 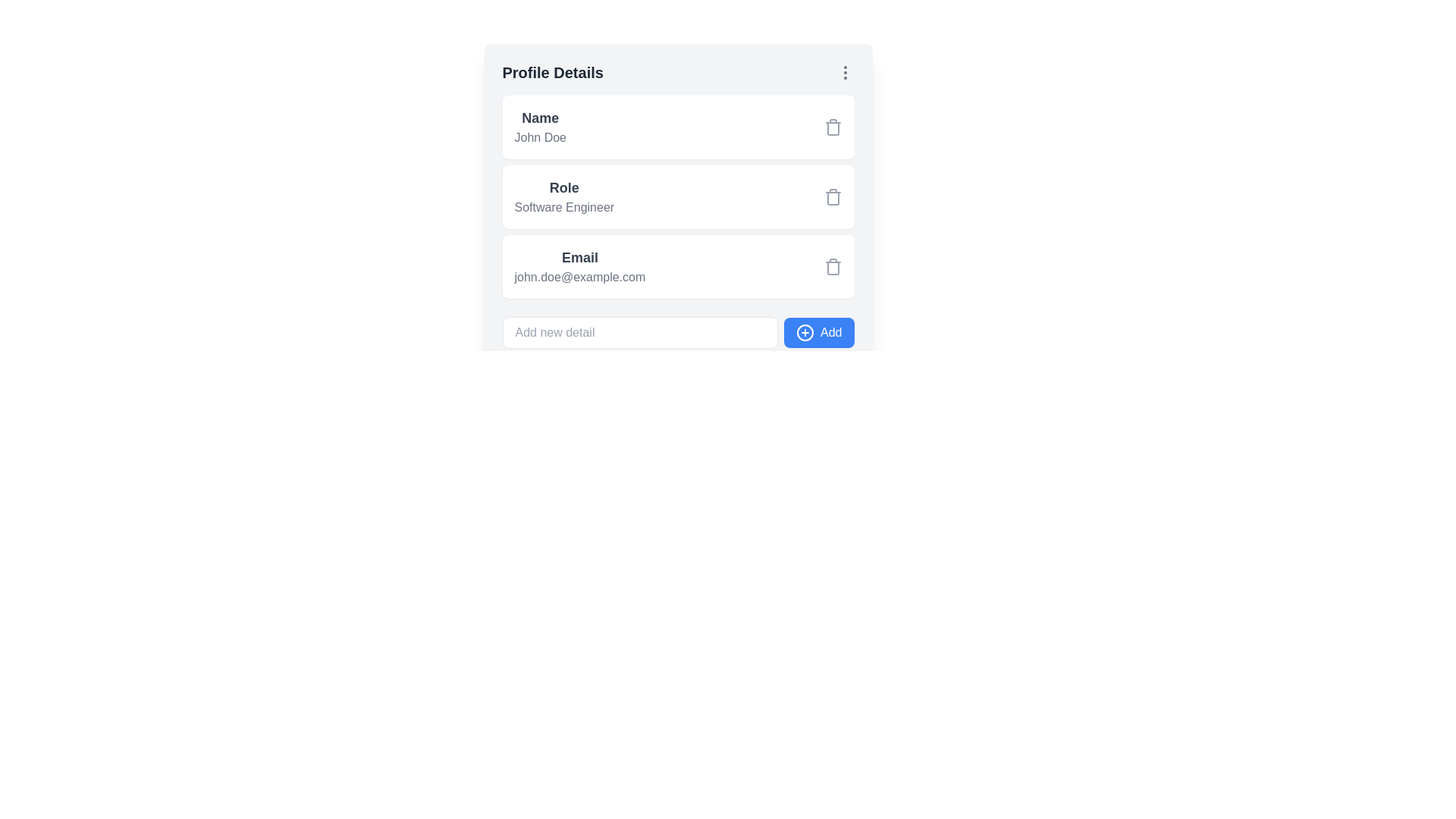 What do you see at coordinates (563, 207) in the screenshot?
I see `the static text label displaying 'Software Engineer', which is located directly beneath the 'Role' text in the 'Profile Details' section` at bounding box center [563, 207].